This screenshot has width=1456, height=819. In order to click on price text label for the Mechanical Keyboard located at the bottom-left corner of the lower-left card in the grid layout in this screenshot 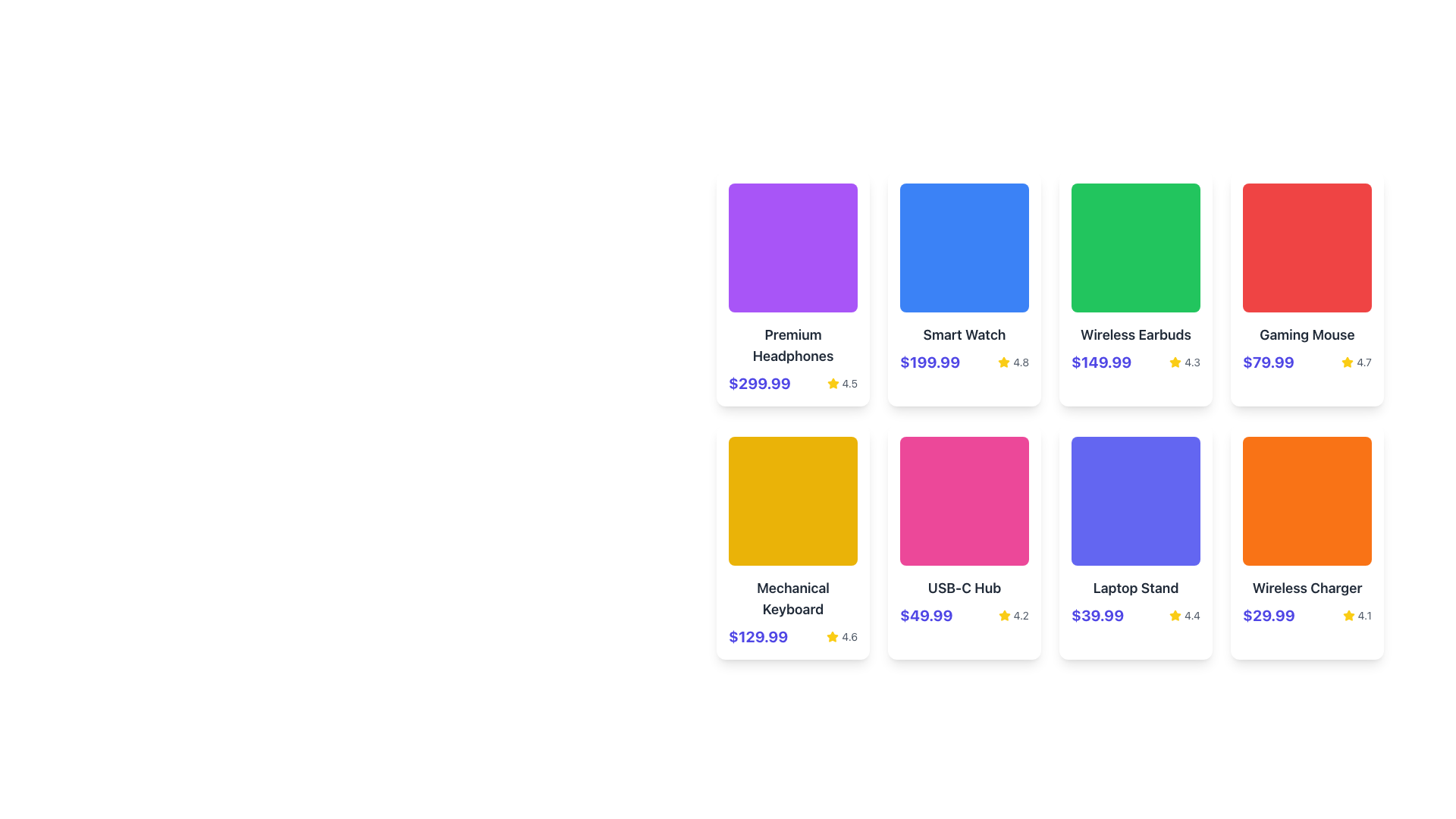, I will do `click(758, 637)`.